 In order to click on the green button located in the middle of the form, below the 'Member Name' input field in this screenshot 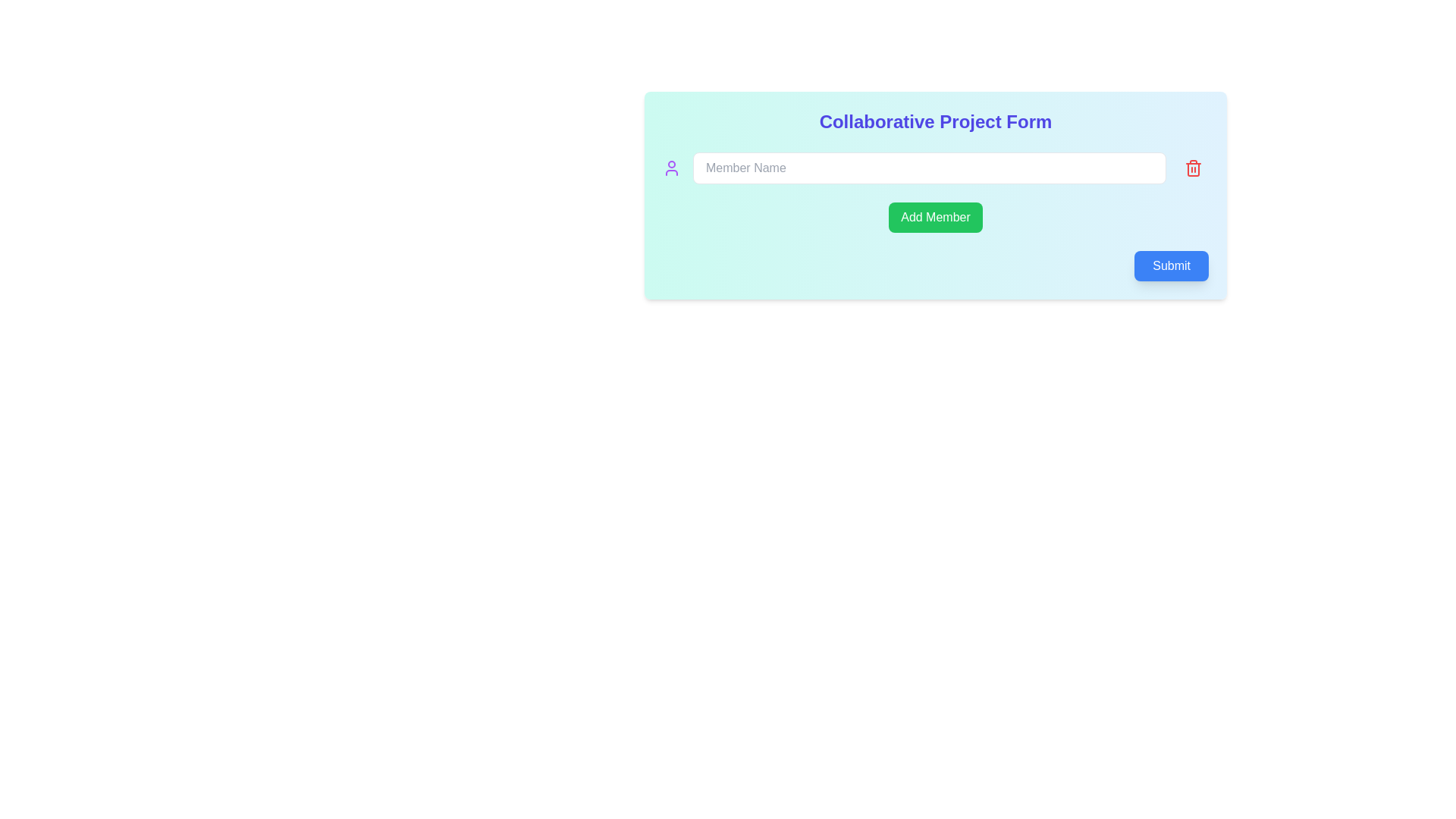, I will do `click(934, 217)`.